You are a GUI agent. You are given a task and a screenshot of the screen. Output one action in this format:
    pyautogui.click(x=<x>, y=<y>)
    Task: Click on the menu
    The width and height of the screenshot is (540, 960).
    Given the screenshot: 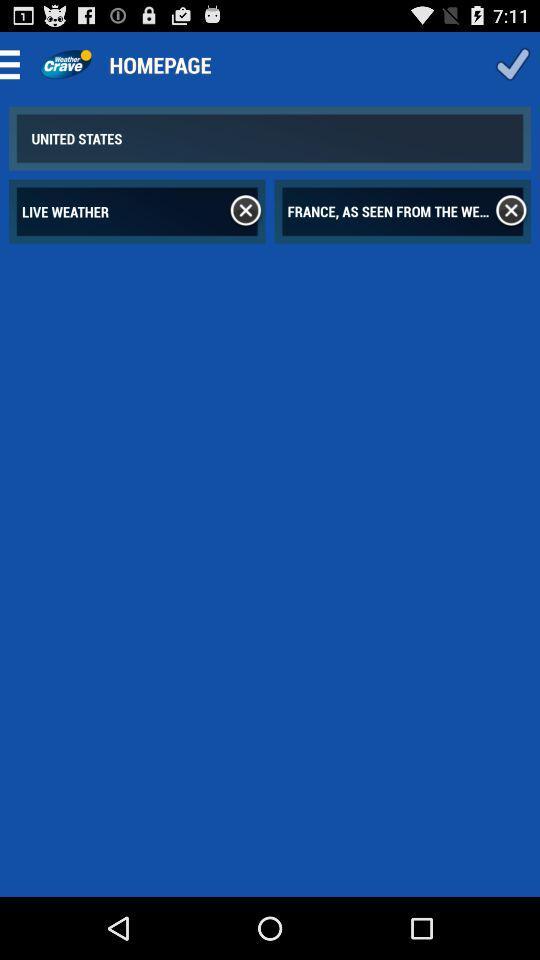 What is the action you would take?
    pyautogui.click(x=15, y=64)
    